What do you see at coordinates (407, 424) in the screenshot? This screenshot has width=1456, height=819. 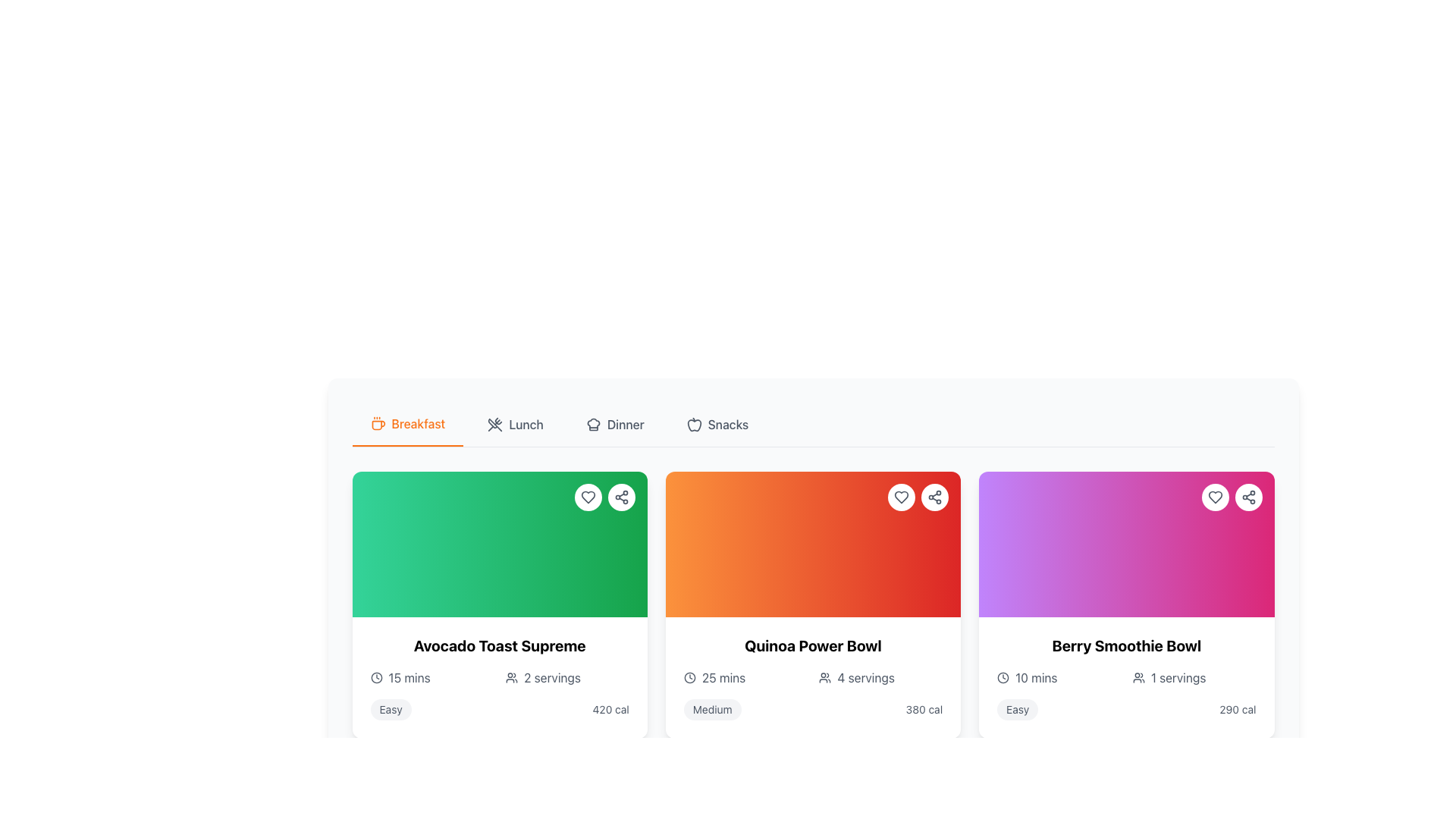 I see `the 'Breakfast' interactive button located in the upper-left section of the navigation bar` at bounding box center [407, 424].